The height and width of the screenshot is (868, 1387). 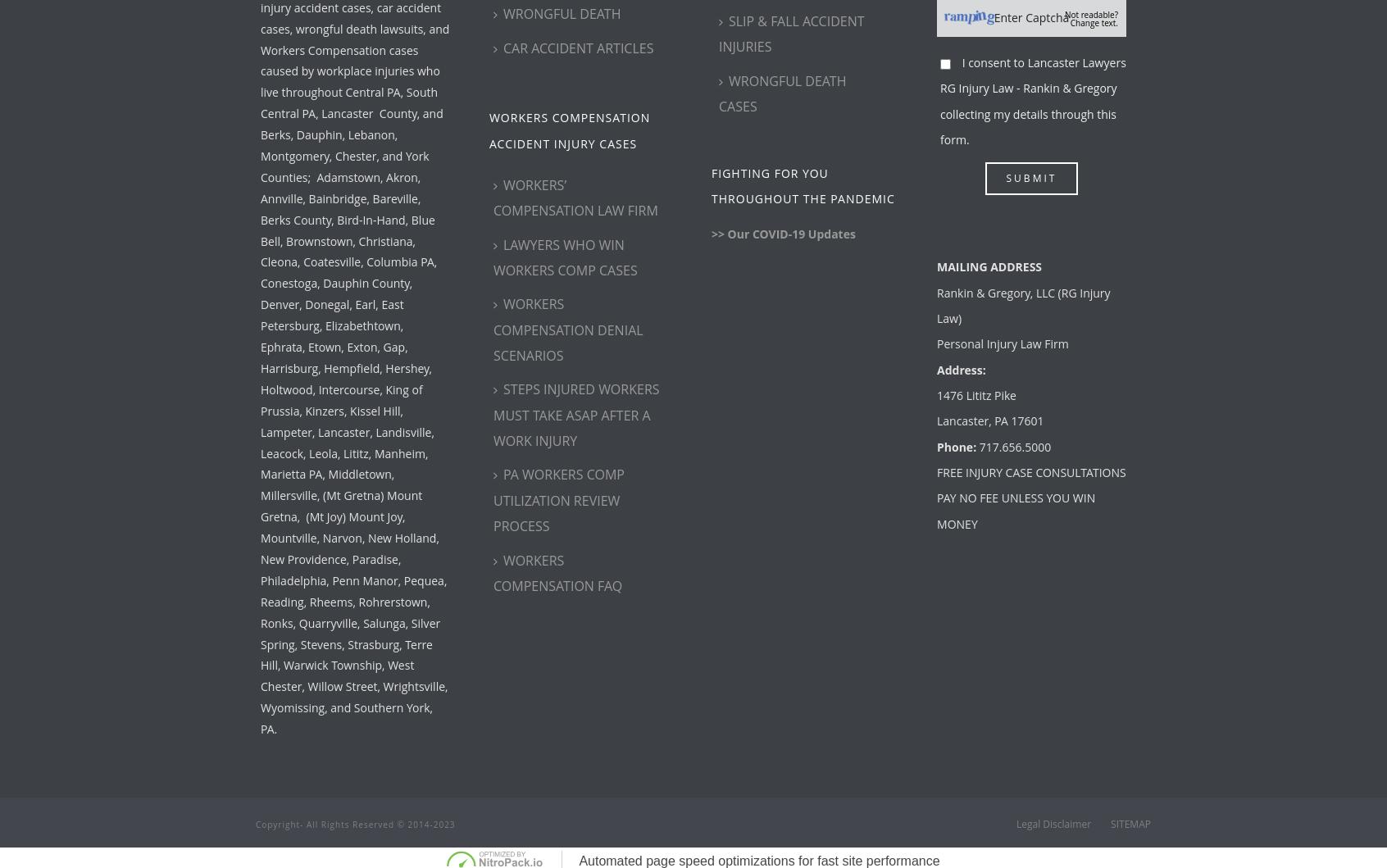 What do you see at coordinates (782, 92) in the screenshot?
I see `'Wrongful Death Cases'` at bounding box center [782, 92].